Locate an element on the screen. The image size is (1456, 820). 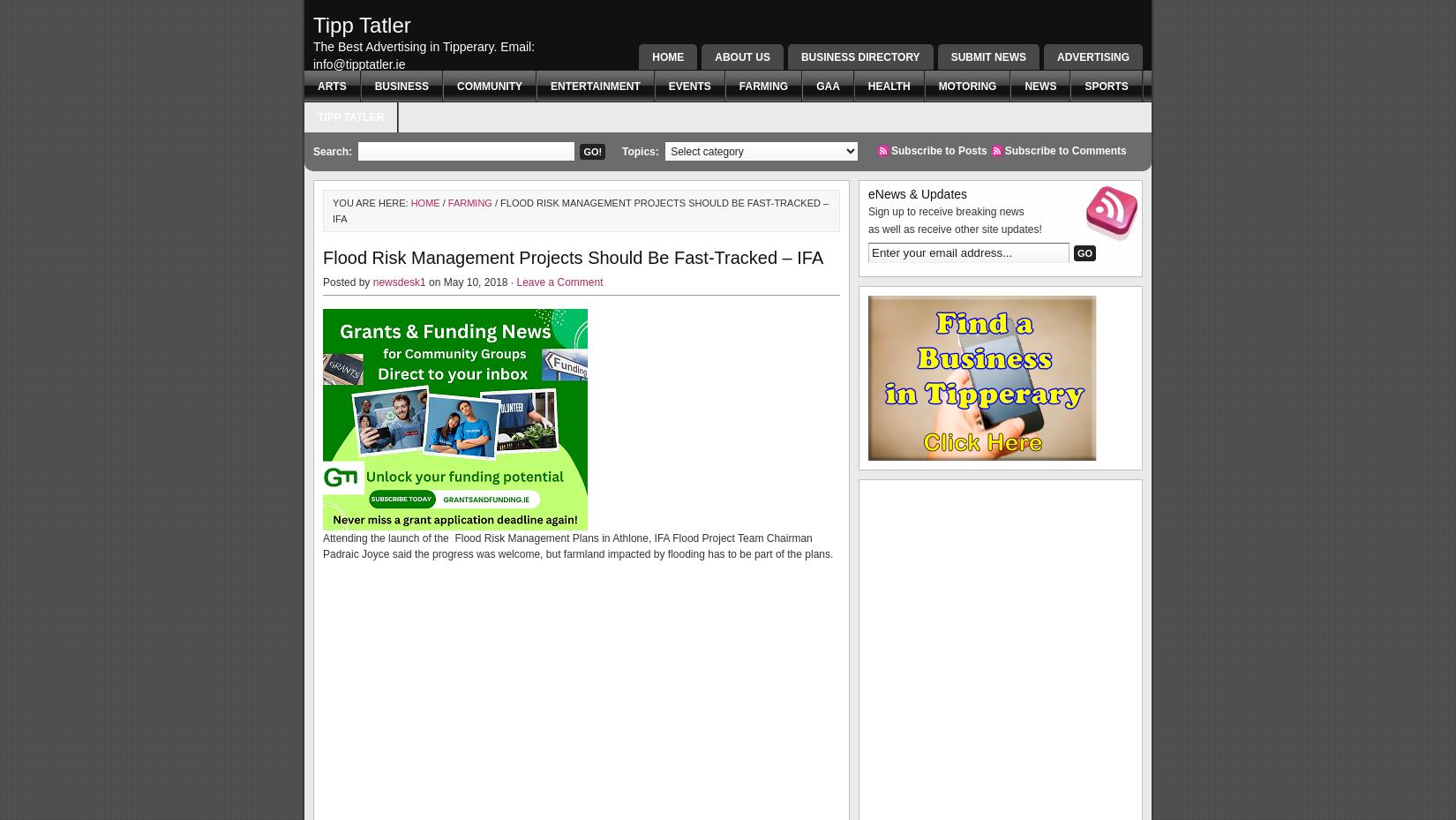
'Farming' is located at coordinates (468, 202).